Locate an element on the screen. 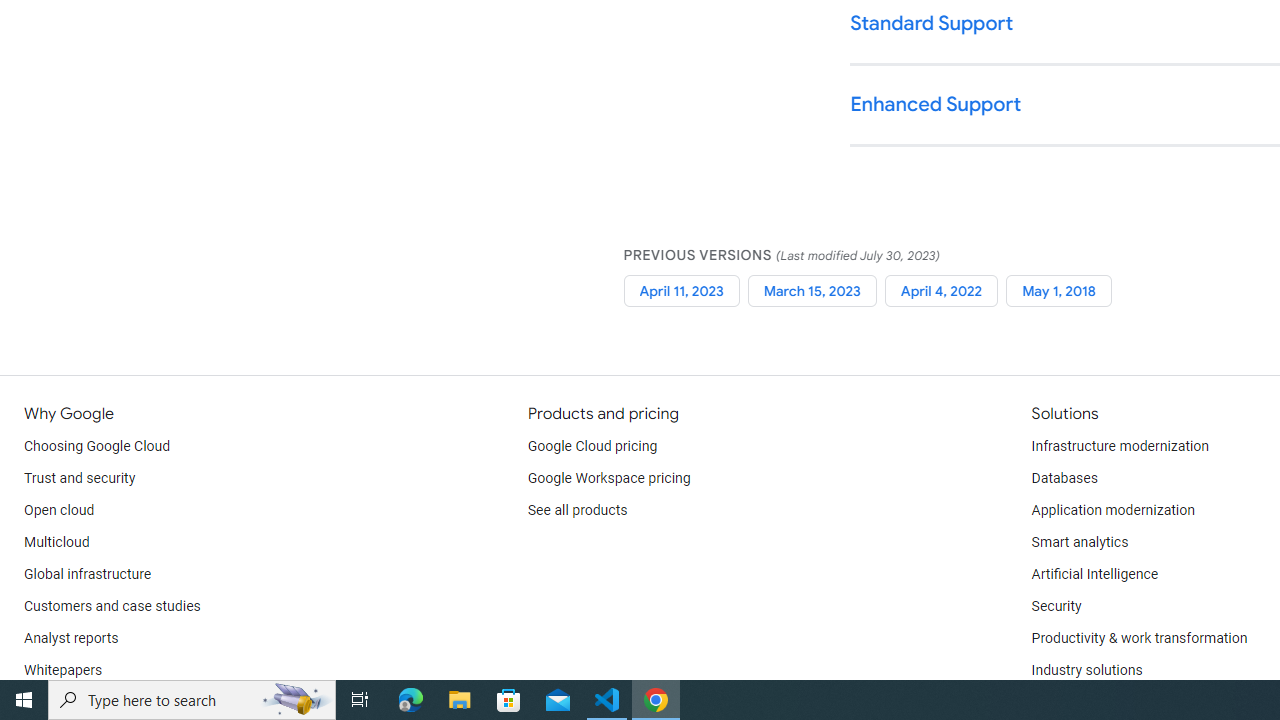 The image size is (1280, 720). 'Choosing Google Cloud' is located at coordinates (96, 446).